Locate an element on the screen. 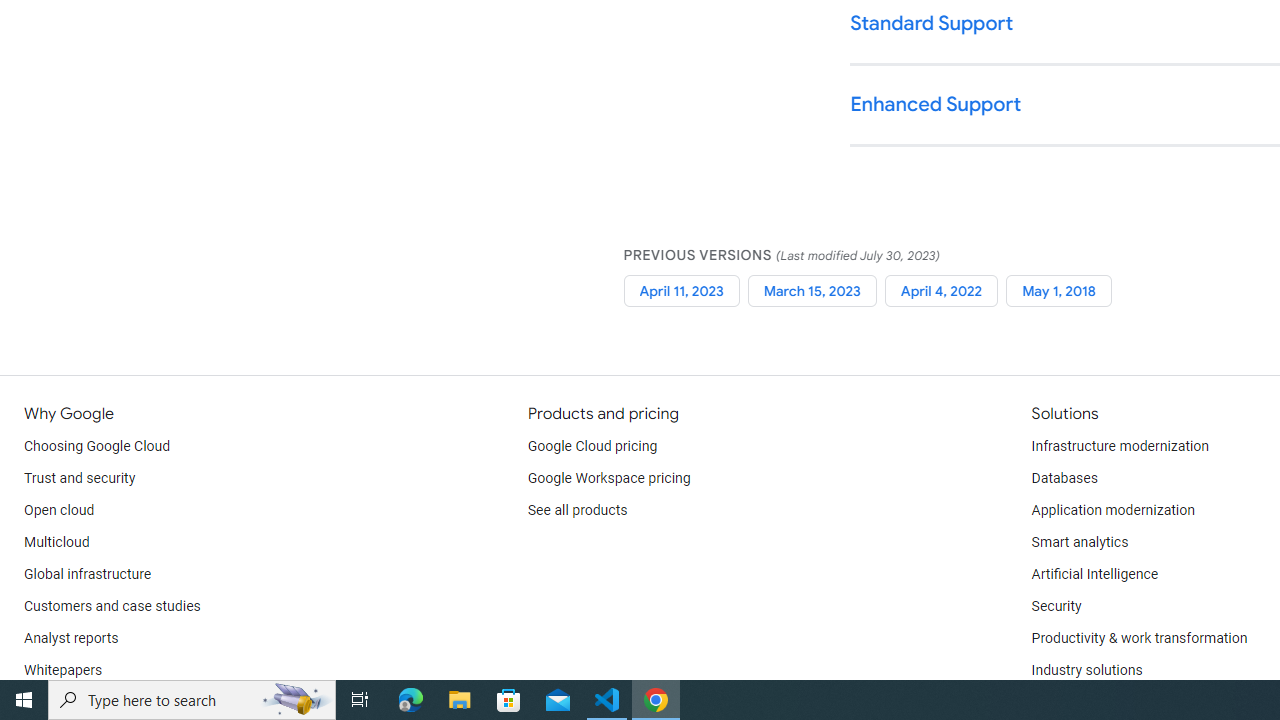 The image size is (1280, 720). 'Choosing Google Cloud' is located at coordinates (96, 446).